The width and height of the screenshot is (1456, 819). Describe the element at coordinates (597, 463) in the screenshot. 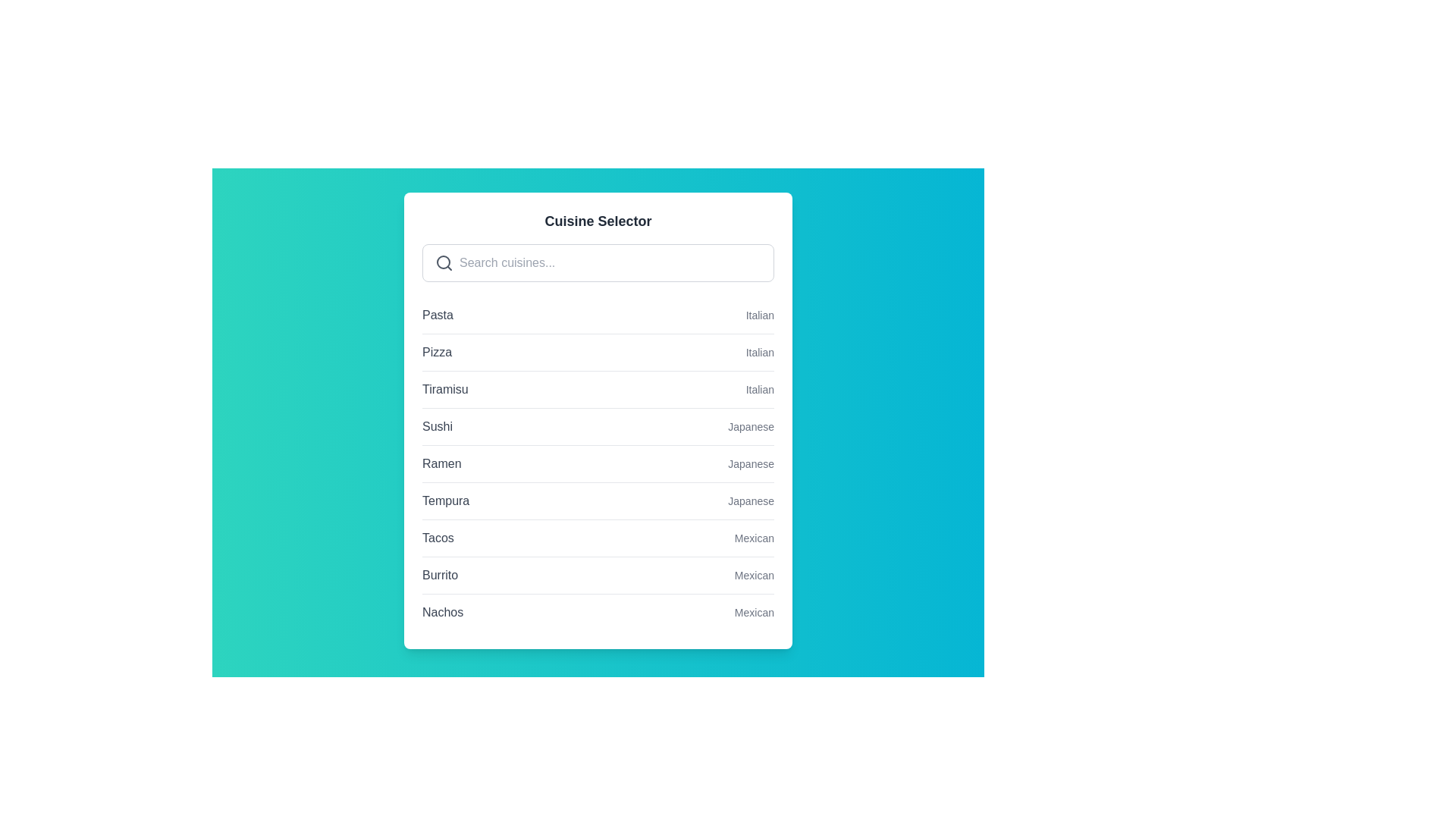

I see `to select the list item labeled 'Ramen' in bold, which is the fifth entry under 'Cuisine Selector', located between 'Sushi' and 'Tempura'` at that location.